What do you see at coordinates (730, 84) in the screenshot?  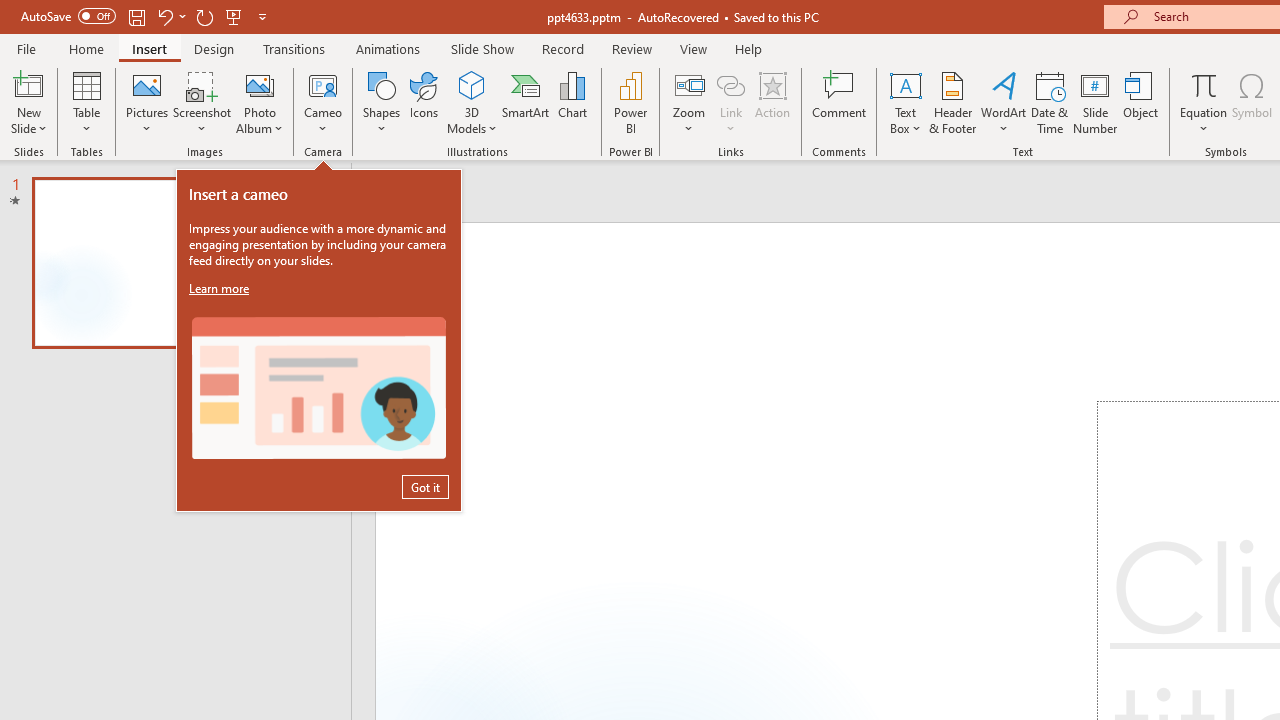 I see `'Link'` at bounding box center [730, 84].